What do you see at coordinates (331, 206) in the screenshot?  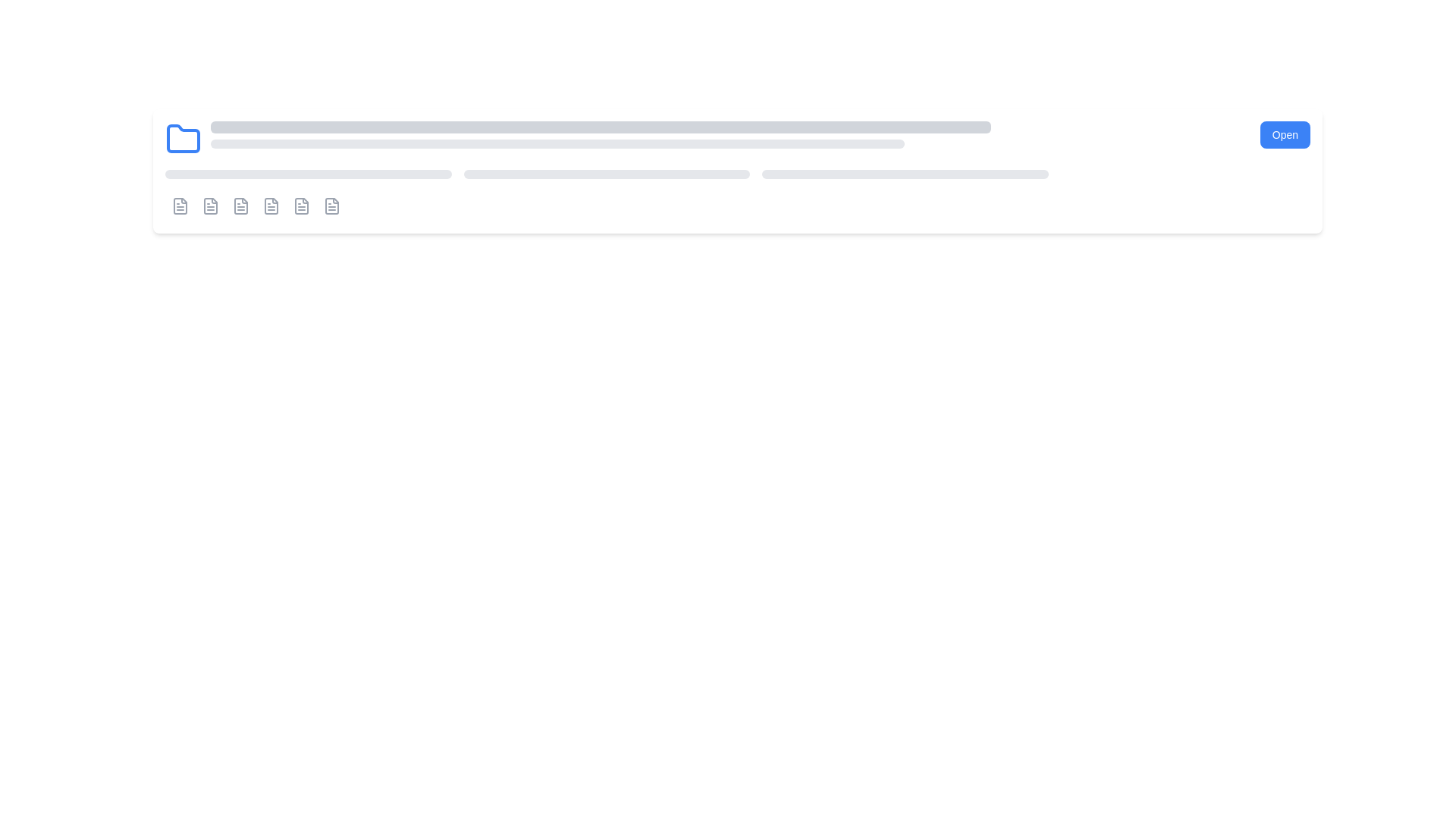 I see `the gray document icon with rounded corners, which is the sixth element from the left in a horizontal arrangement` at bounding box center [331, 206].